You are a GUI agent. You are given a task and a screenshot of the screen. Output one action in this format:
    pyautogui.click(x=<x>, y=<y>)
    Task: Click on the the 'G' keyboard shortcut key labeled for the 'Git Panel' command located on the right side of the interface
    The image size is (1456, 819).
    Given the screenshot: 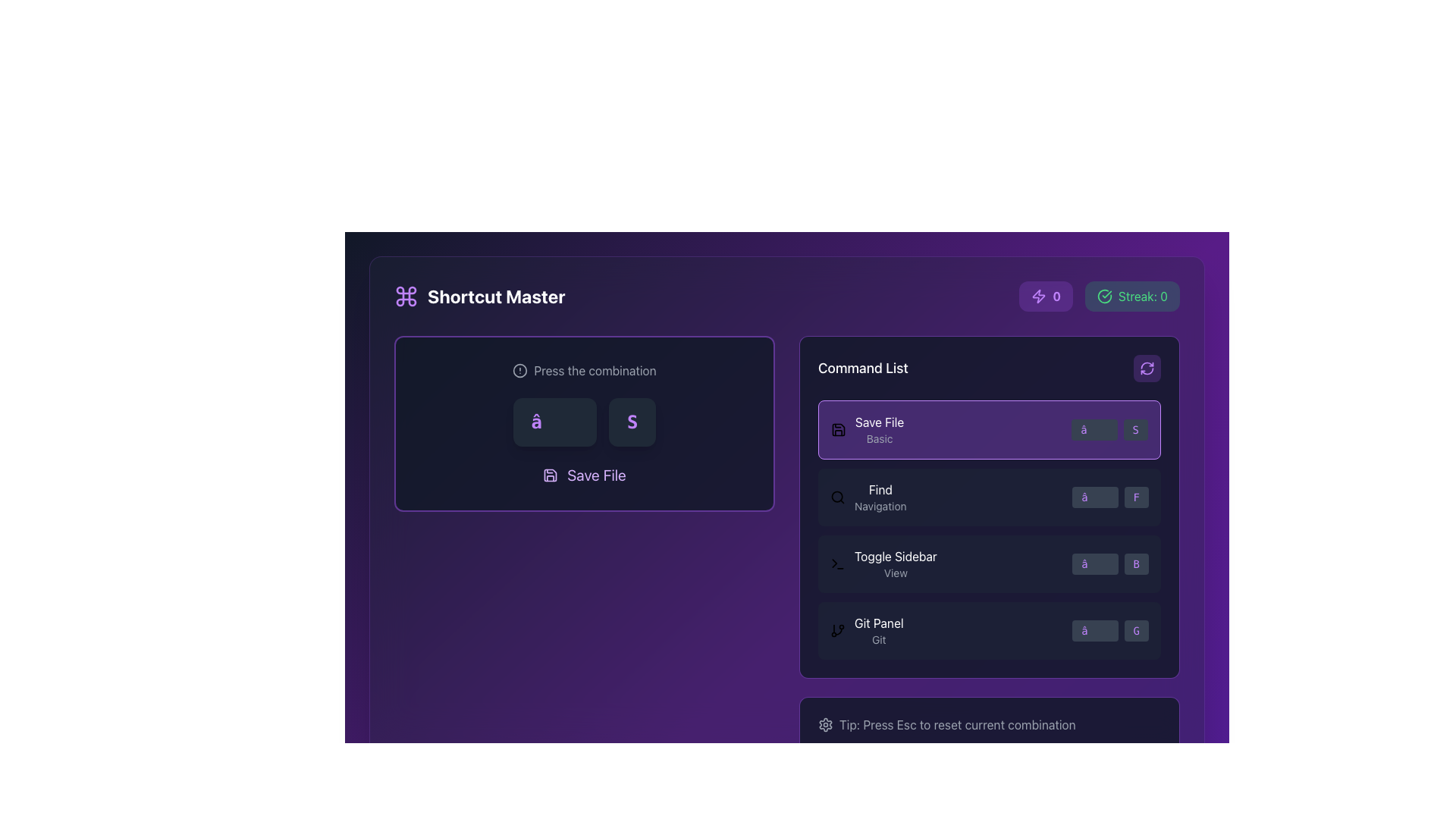 What is the action you would take?
    pyautogui.click(x=1136, y=631)
    